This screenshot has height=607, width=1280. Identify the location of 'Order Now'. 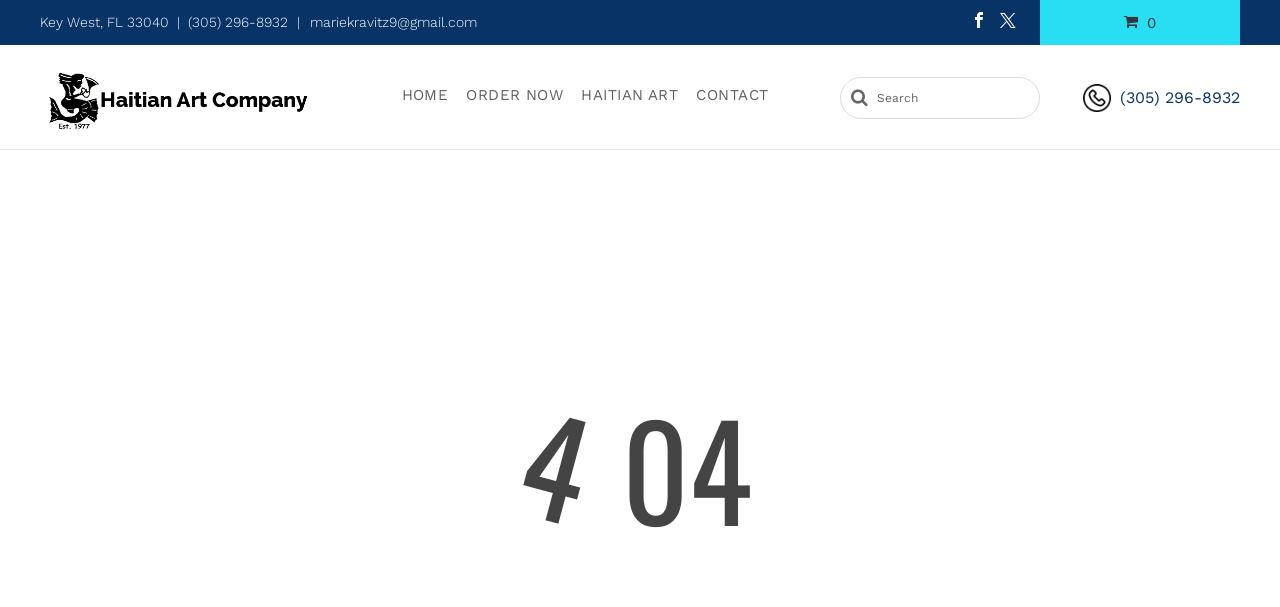
(514, 94).